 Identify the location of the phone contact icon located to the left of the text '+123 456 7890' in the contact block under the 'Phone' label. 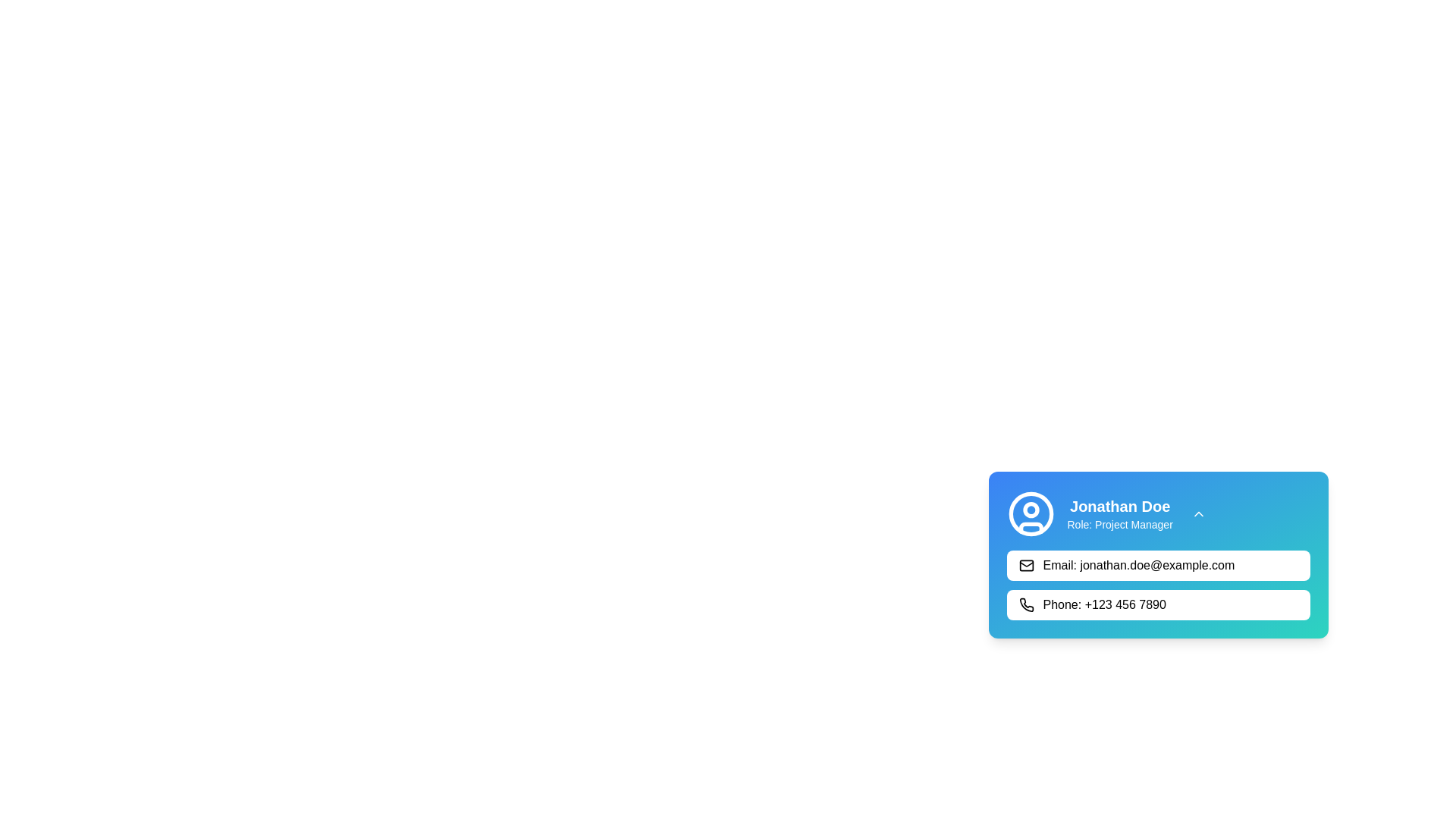
(1026, 604).